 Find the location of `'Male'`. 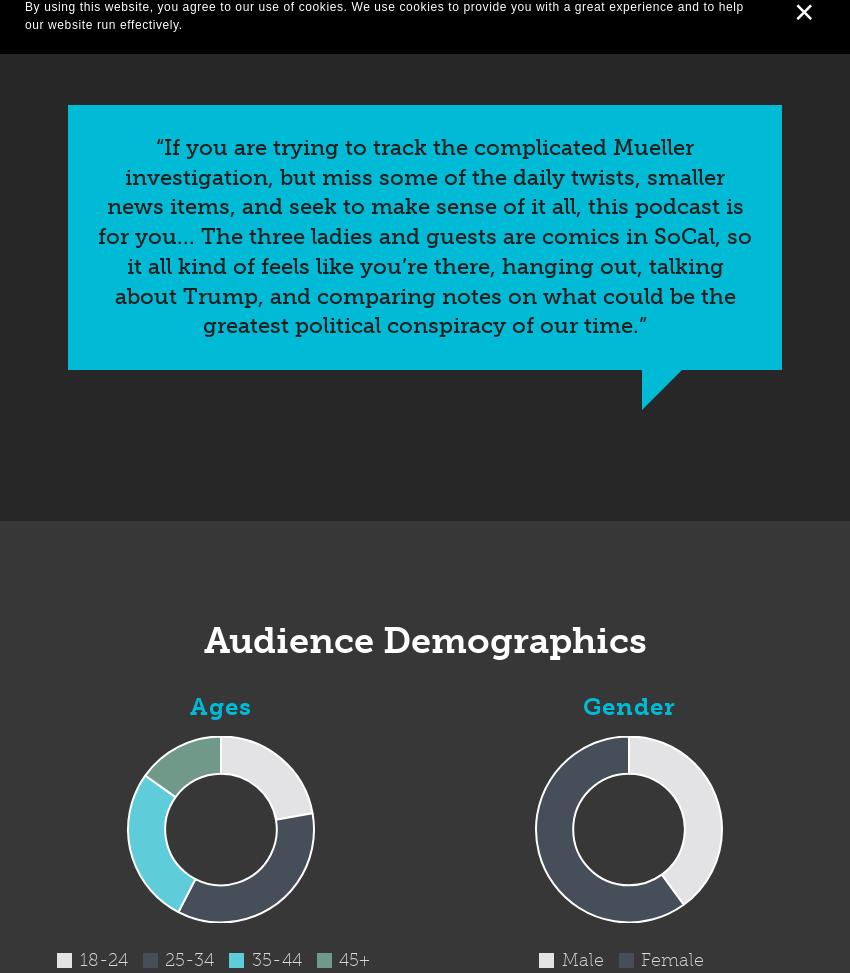

'Male' is located at coordinates (581, 958).